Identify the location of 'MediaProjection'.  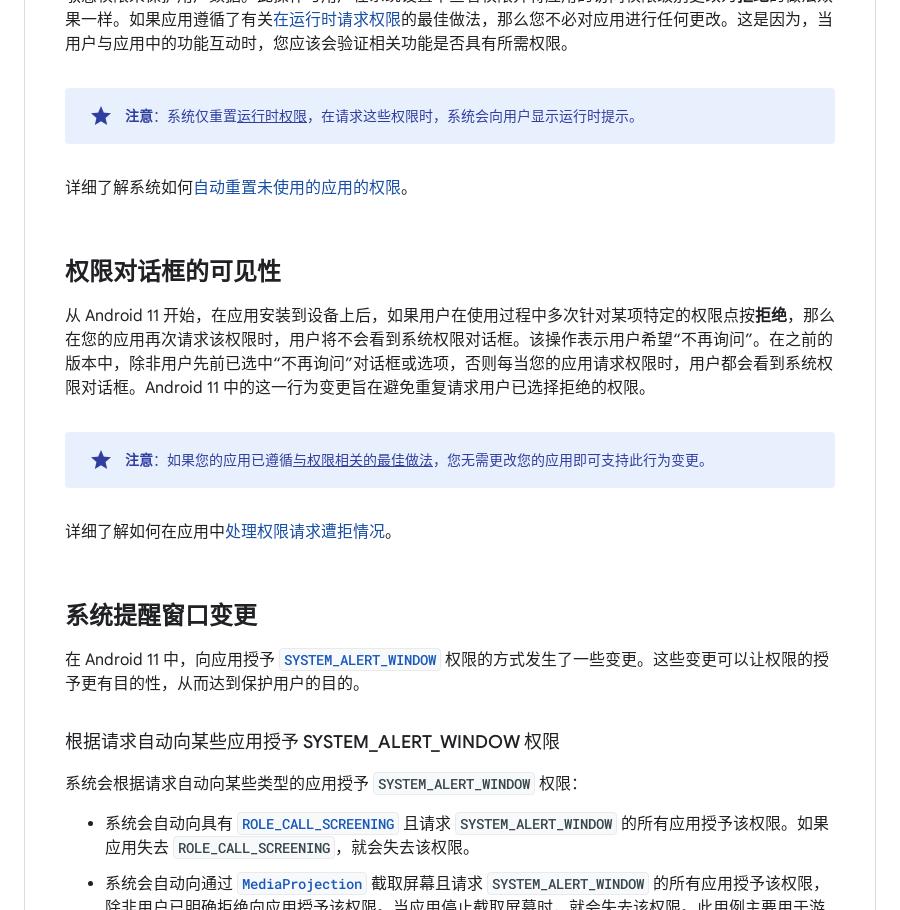
(301, 883).